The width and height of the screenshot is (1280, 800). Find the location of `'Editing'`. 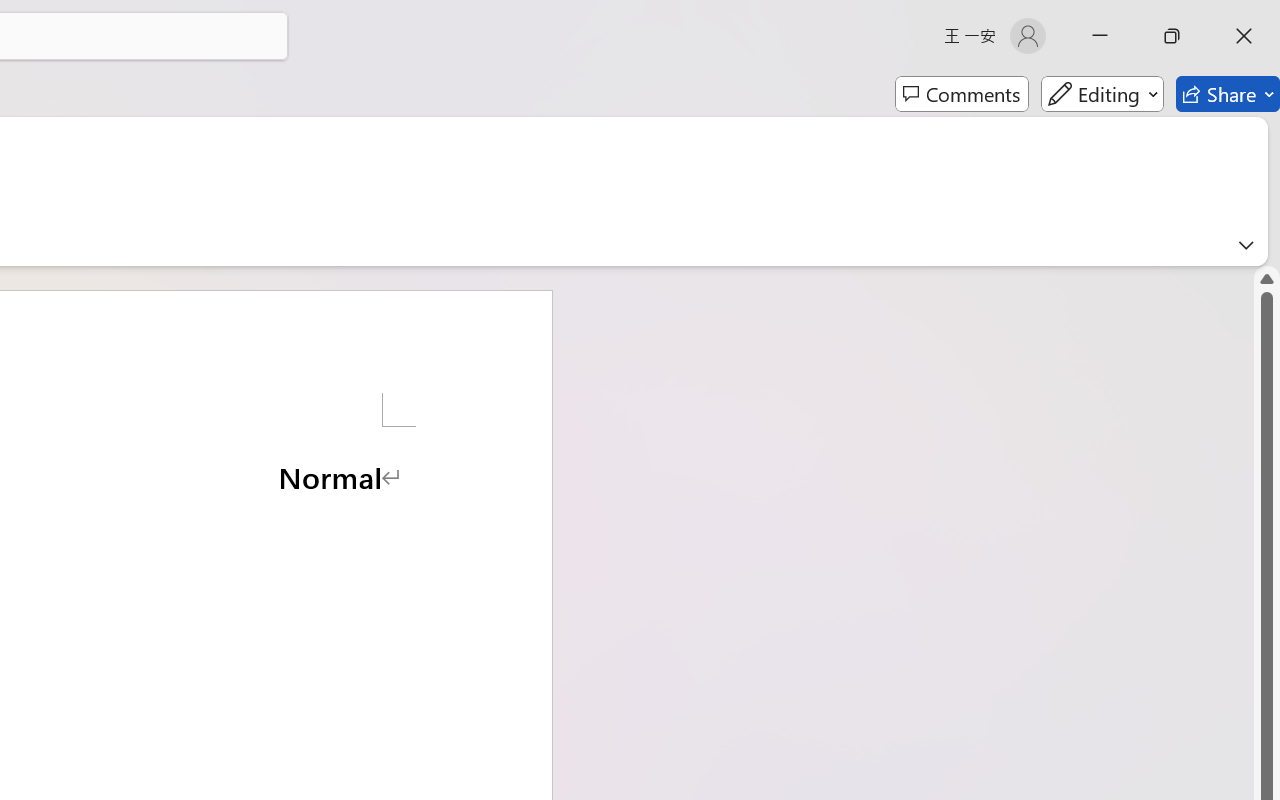

'Editing' is located at coordinates (1101, 94).